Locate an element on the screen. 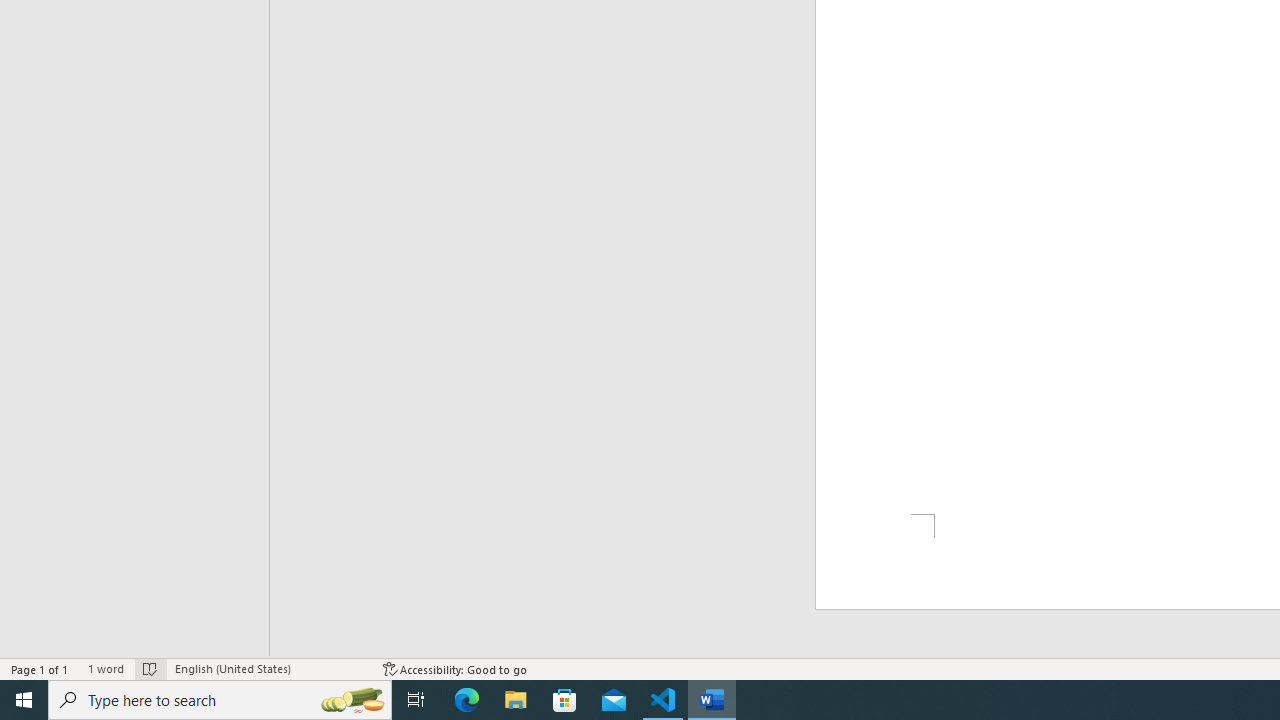 The width and height of the screenshot is (1280, 720). 'Spelling and Grammar Check No Errors' is located at coordinates (149, 669).